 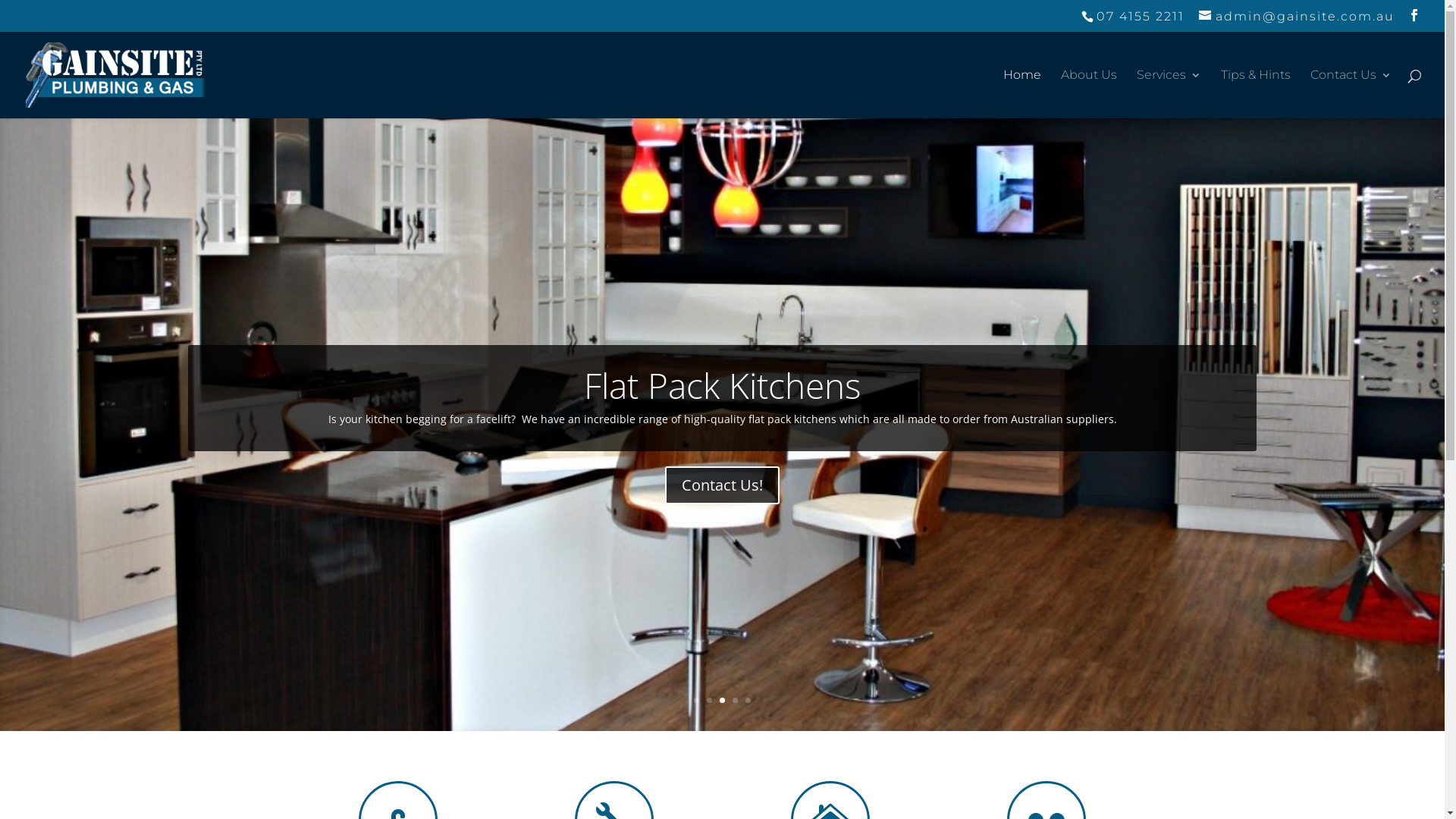 I want to click on 'Home', so click(x=1022, y=93).